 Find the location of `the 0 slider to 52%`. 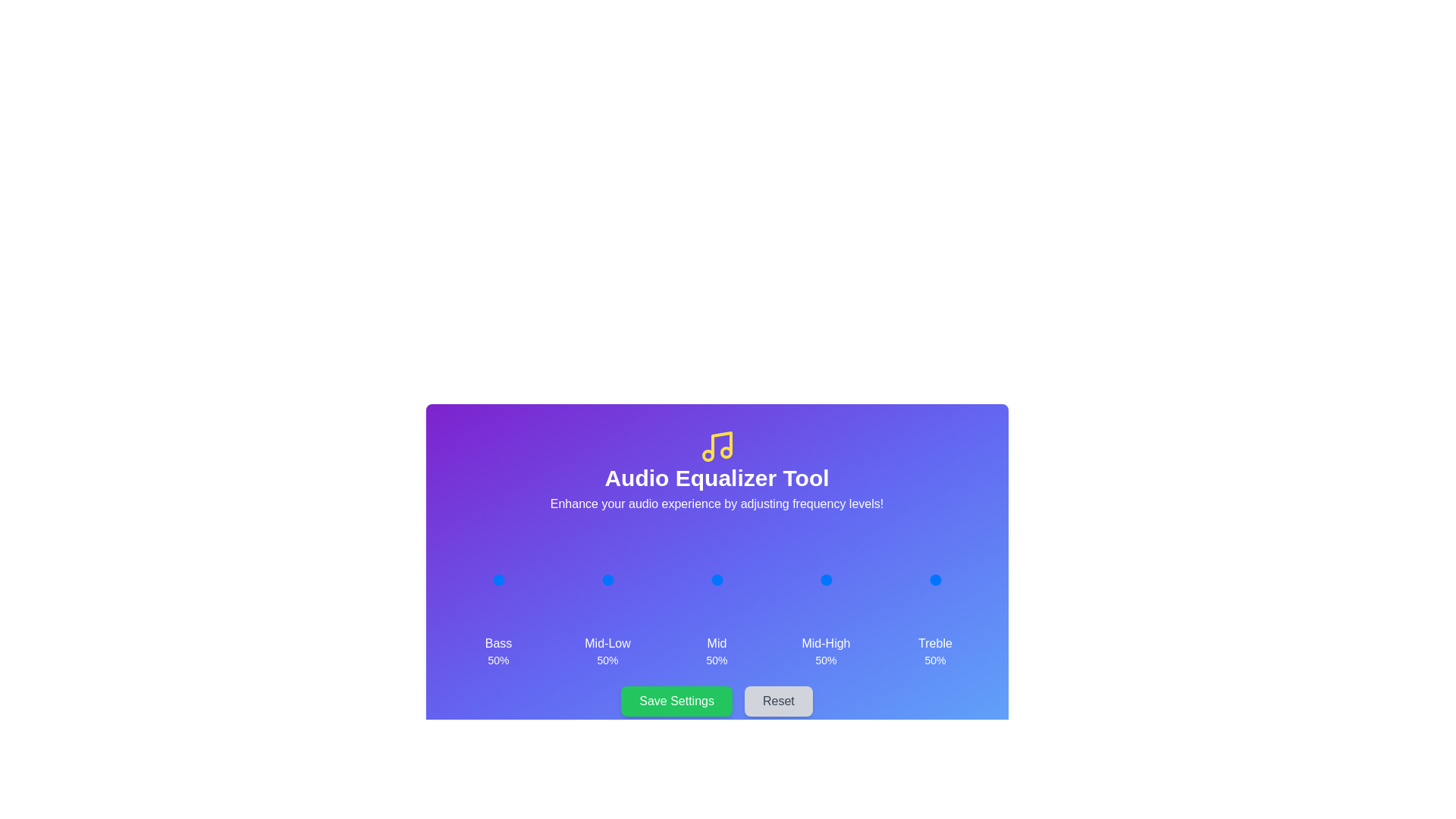

the 0 slider to 52% is located at coordinates (499, 579).